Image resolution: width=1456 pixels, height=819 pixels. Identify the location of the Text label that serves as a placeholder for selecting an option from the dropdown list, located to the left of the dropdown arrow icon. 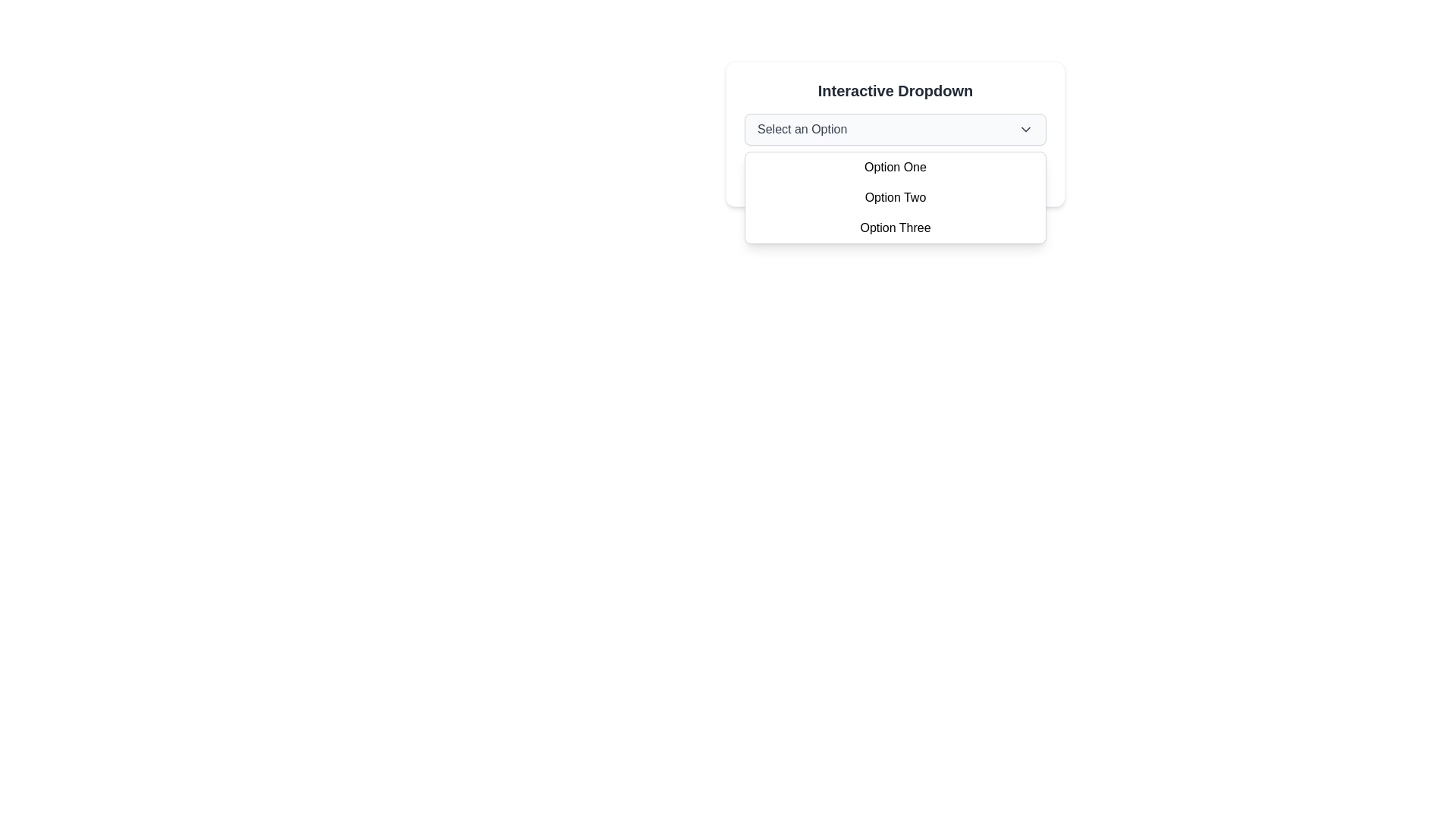
(802, 128).